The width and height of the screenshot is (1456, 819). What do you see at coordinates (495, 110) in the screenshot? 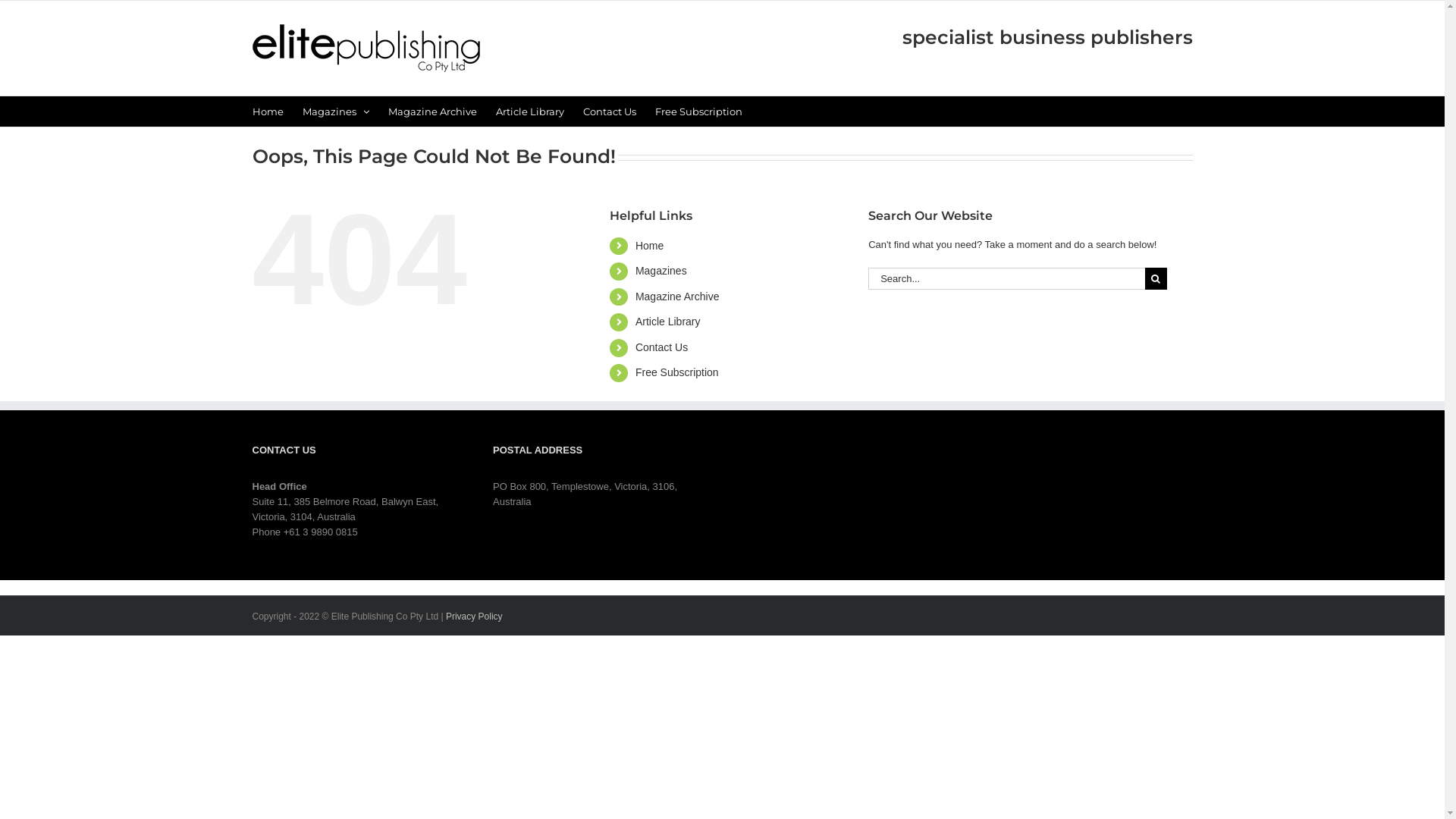
I see `'Article Library'` at bounding box center [495, 110].